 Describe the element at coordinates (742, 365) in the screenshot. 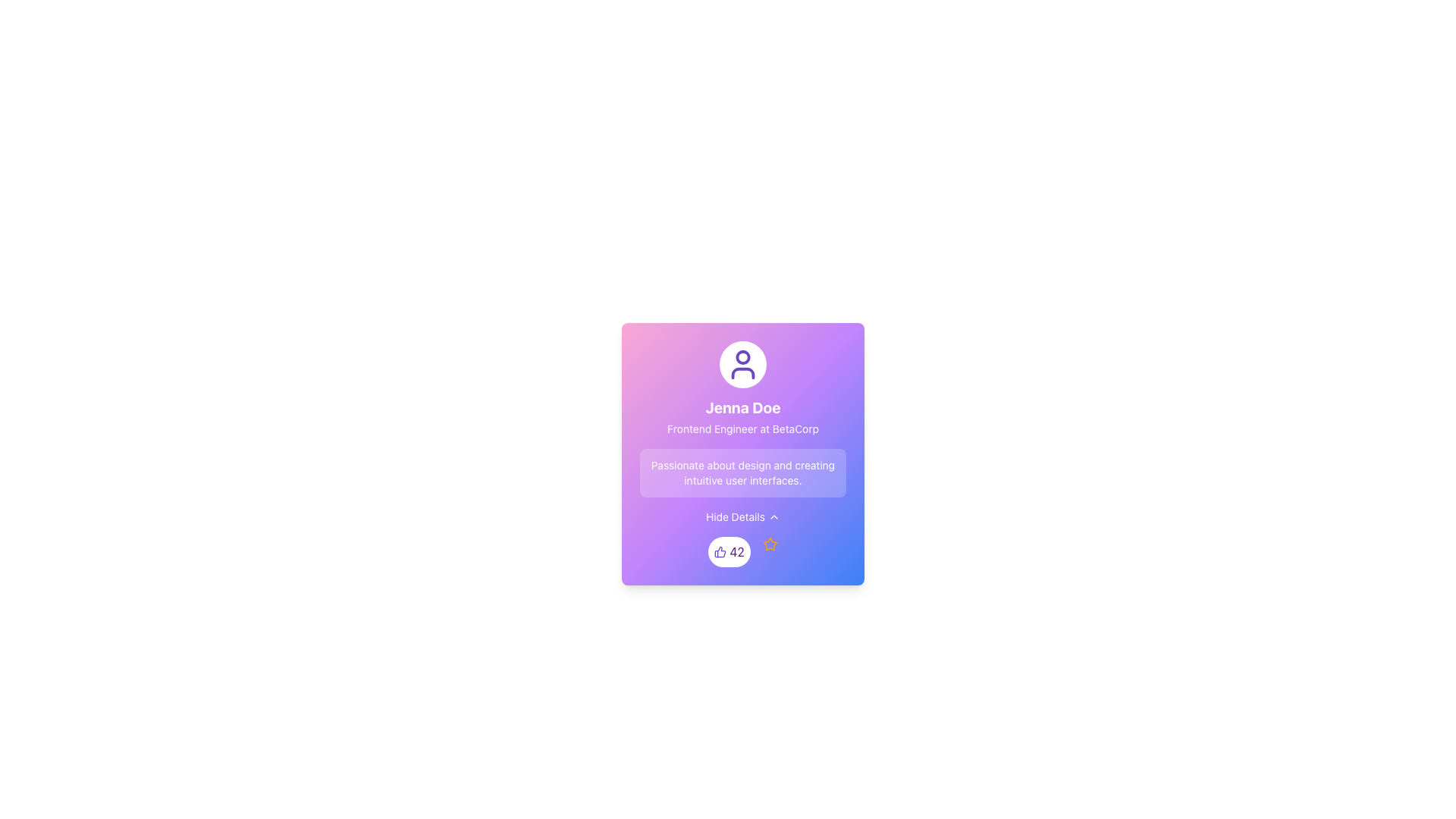

I see `the circular user profile silhouette icon with a purple outline, located at the top center of the card, above the text content` at that location.